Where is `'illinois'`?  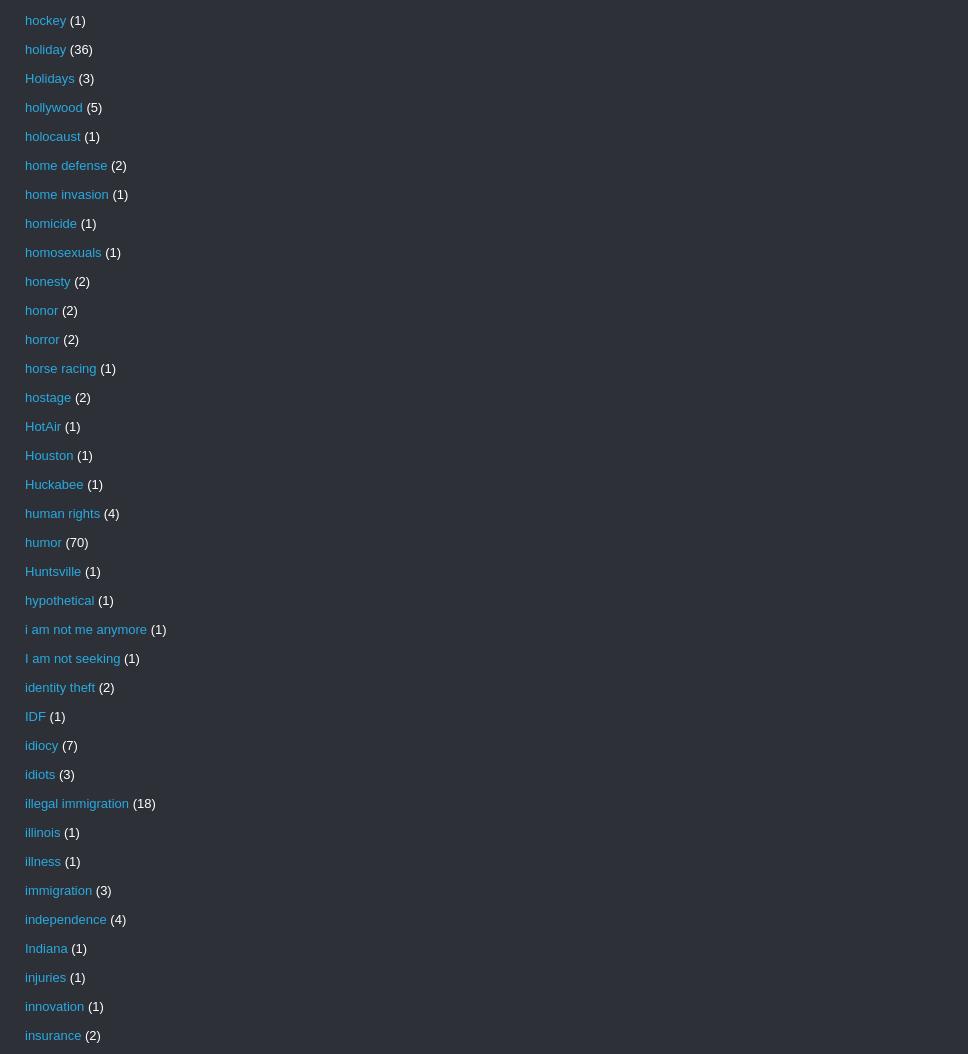
'illinois' is located at coordinates (41, 831).